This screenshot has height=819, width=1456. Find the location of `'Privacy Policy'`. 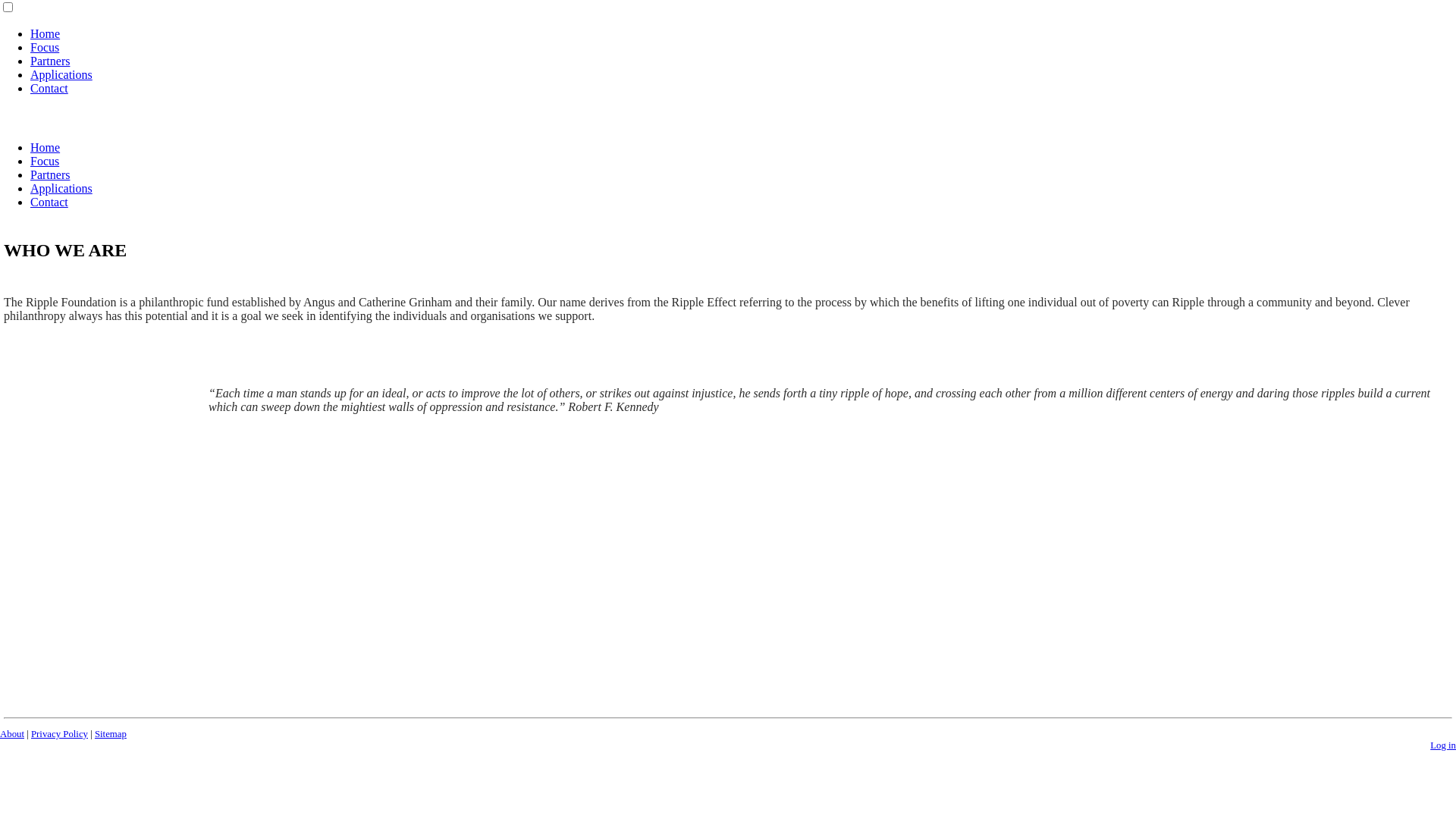

'Privacy Policy' is located at coordinates (59, 733).